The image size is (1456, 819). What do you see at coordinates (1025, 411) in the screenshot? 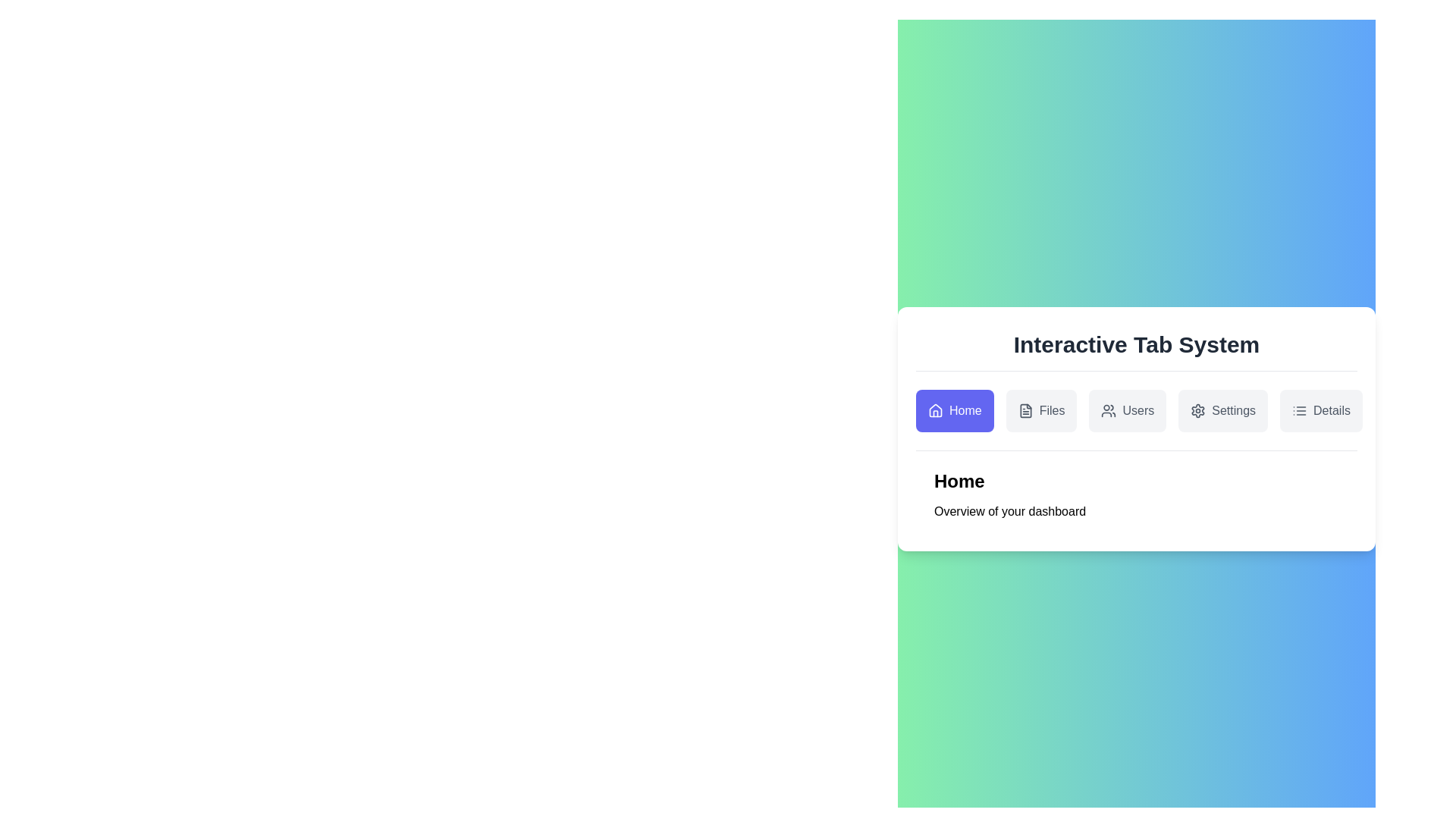
I see `the details of the 'Files' icon located in the second tab of the horizontal navigation menu, adjacent to the 'Files' label` at bounding box center [1025, 411].